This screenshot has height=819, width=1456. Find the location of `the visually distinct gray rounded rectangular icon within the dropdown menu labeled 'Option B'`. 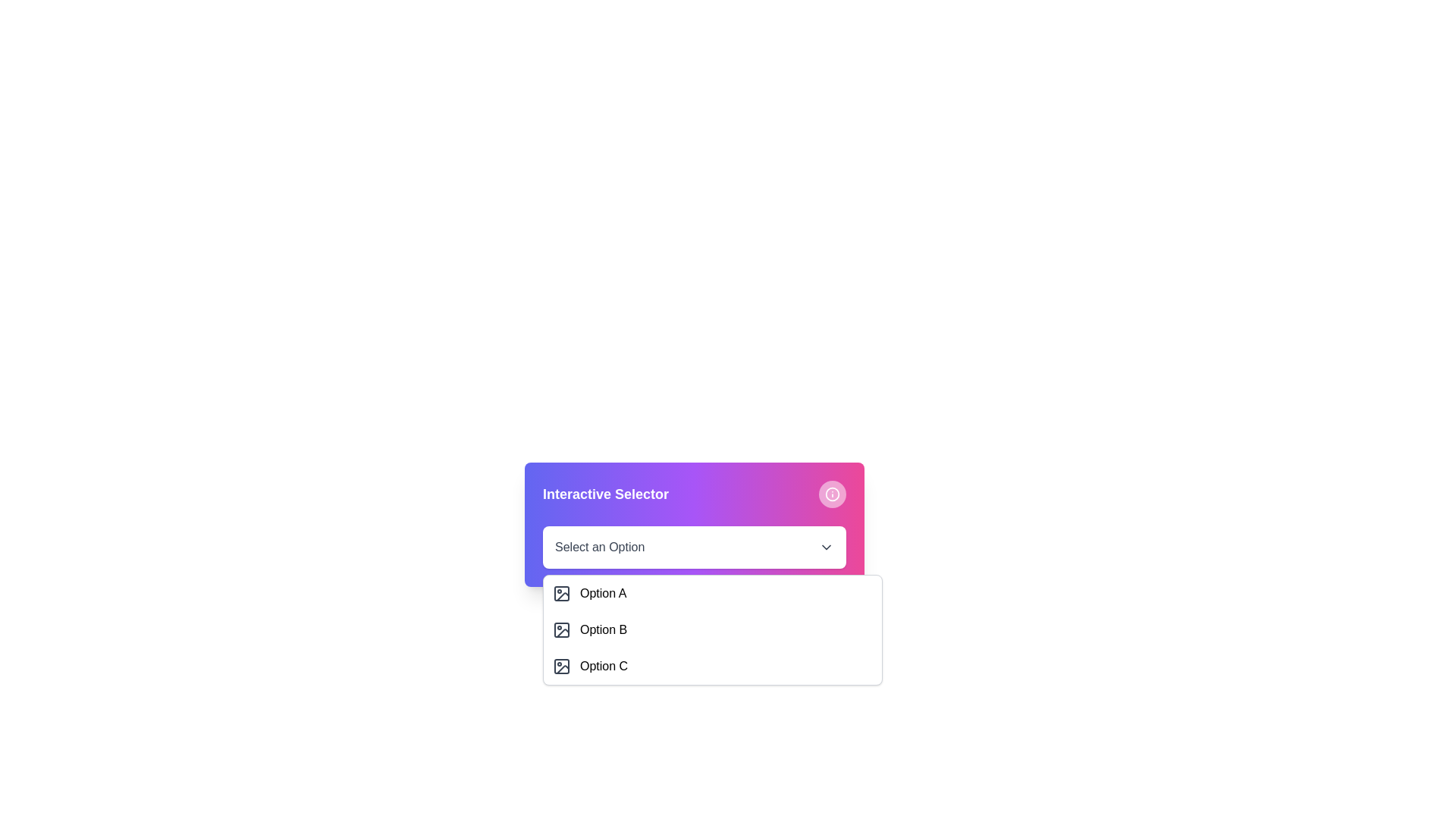

the visually distinct gray rounded rectangular icon within the dropdown menu labeled 'Option B' is located at coordinates (560, 629).